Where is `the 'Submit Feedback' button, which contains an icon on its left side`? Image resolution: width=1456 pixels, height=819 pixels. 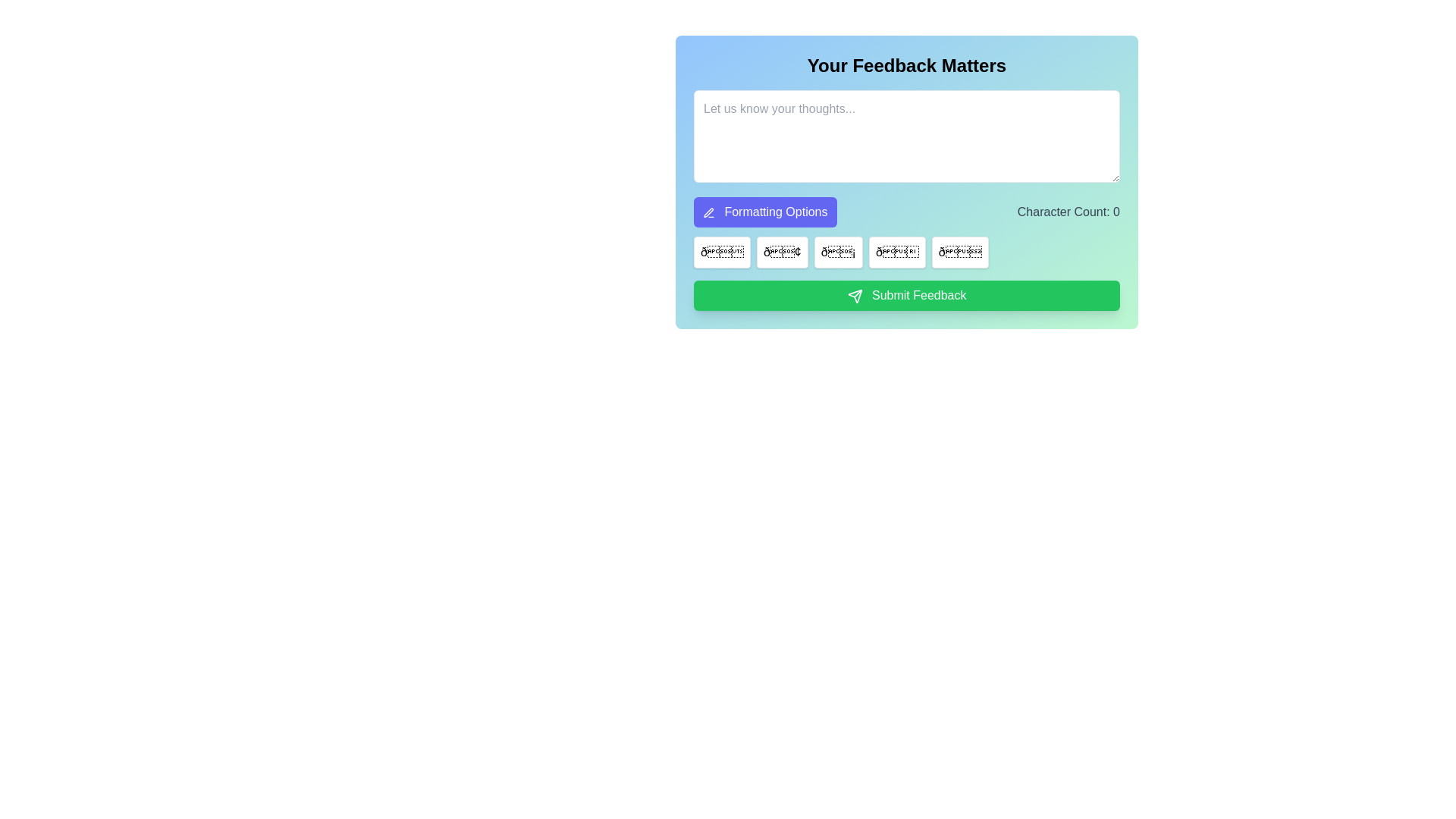 the 'Submit Feedback' button, which contains an icon on its left side is located at coordinates (855, 296).